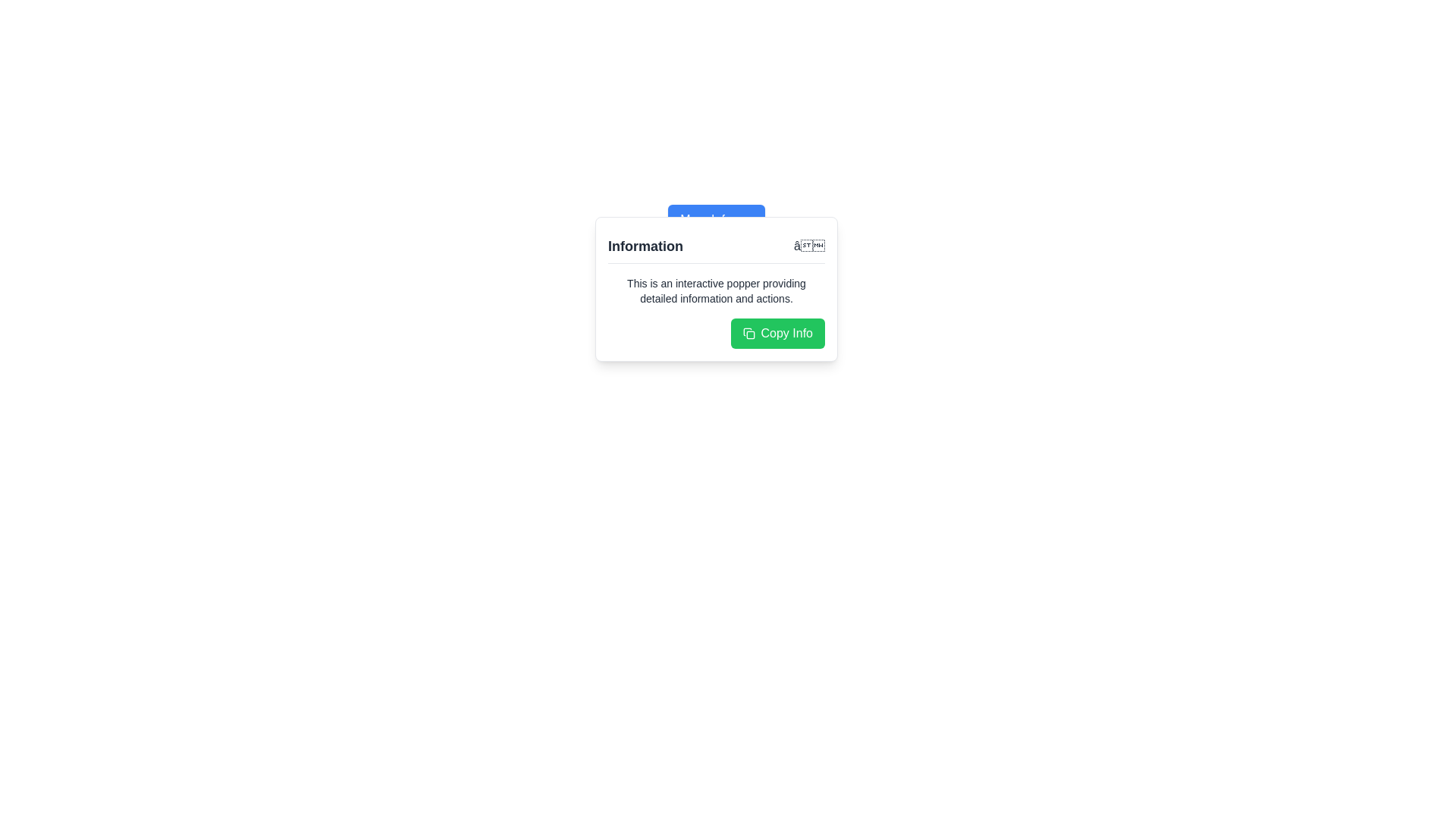 This screenshot has width=1456, height=819. Describe the element at coordinates (808, 245) in the screenshot. I see `the close button (icon-button) located in the top-right corner of the dialog box titled 'Information'` at that location.